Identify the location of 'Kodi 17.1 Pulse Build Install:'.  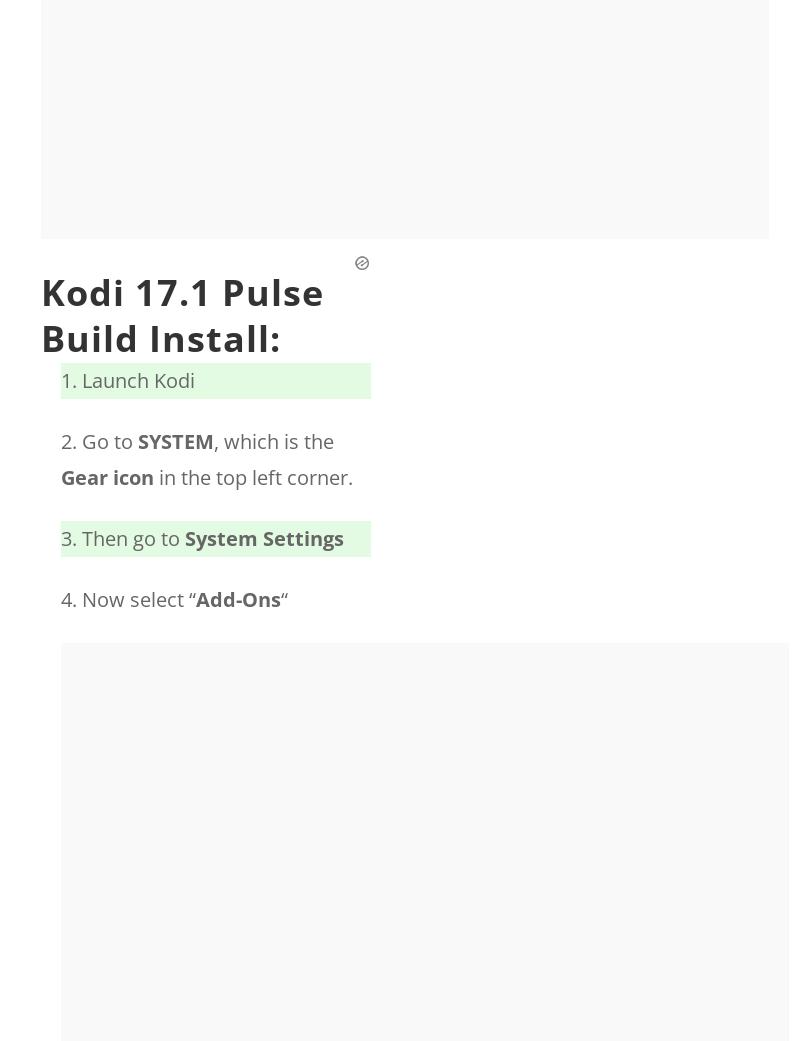
(41, 315).